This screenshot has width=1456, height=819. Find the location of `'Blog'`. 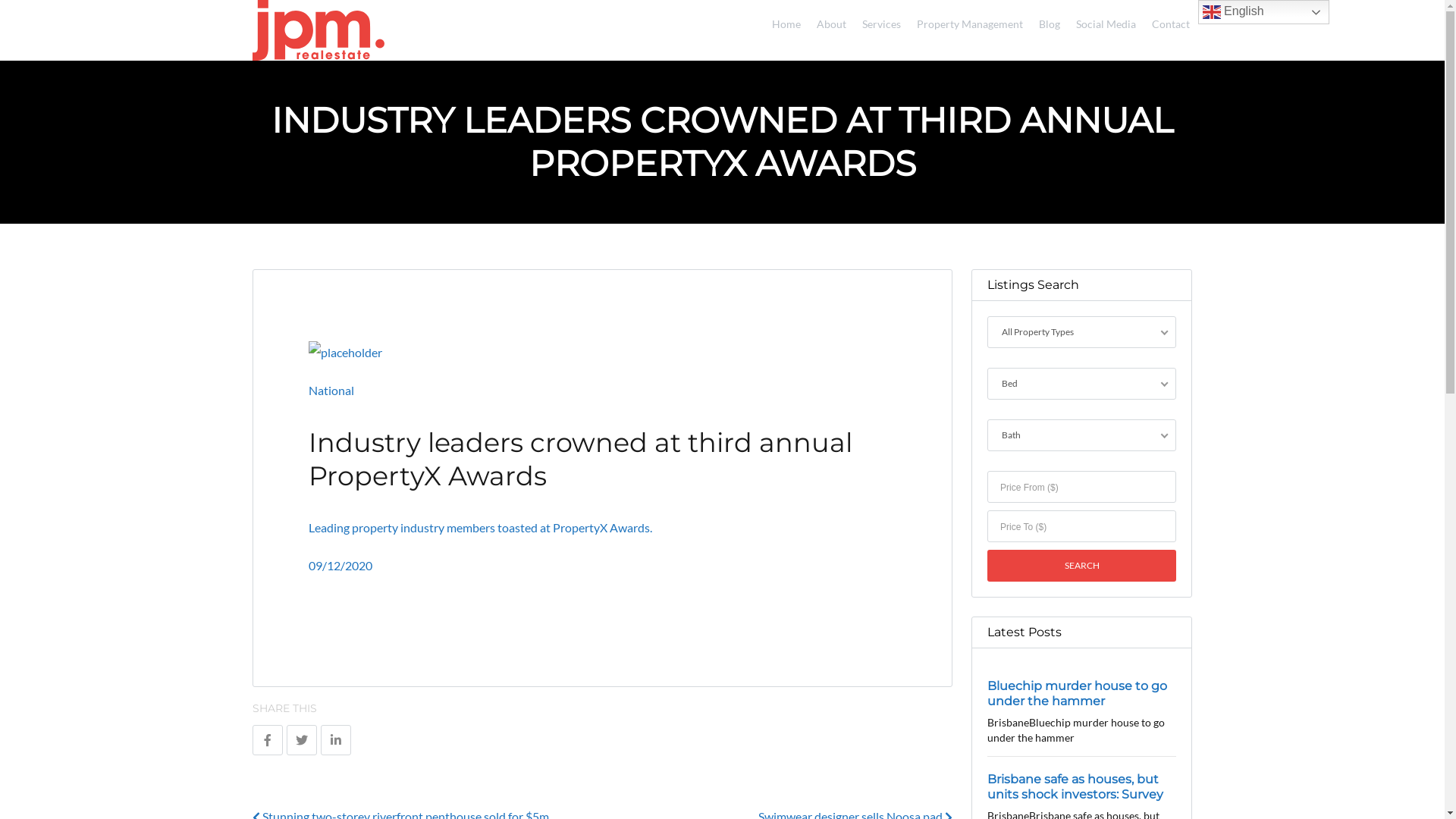

'Blog' is located at coordinates (1043, 20).